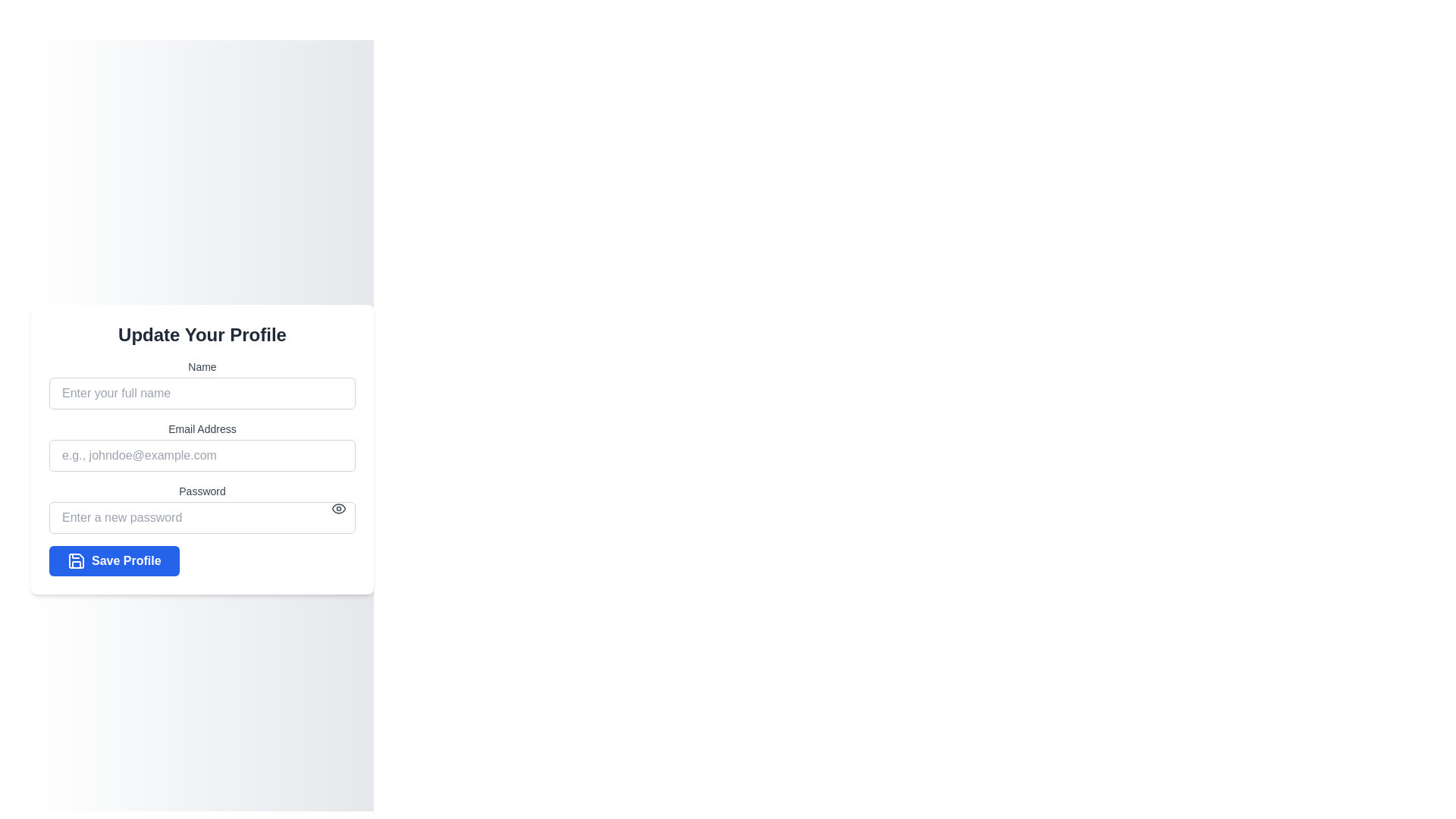  What do you see at coordinates (113, 561) in the screenshot?
I see `the 'Save' button located at the bottom of the 'Update Your Profile' form` at bounding box center [113, 561].